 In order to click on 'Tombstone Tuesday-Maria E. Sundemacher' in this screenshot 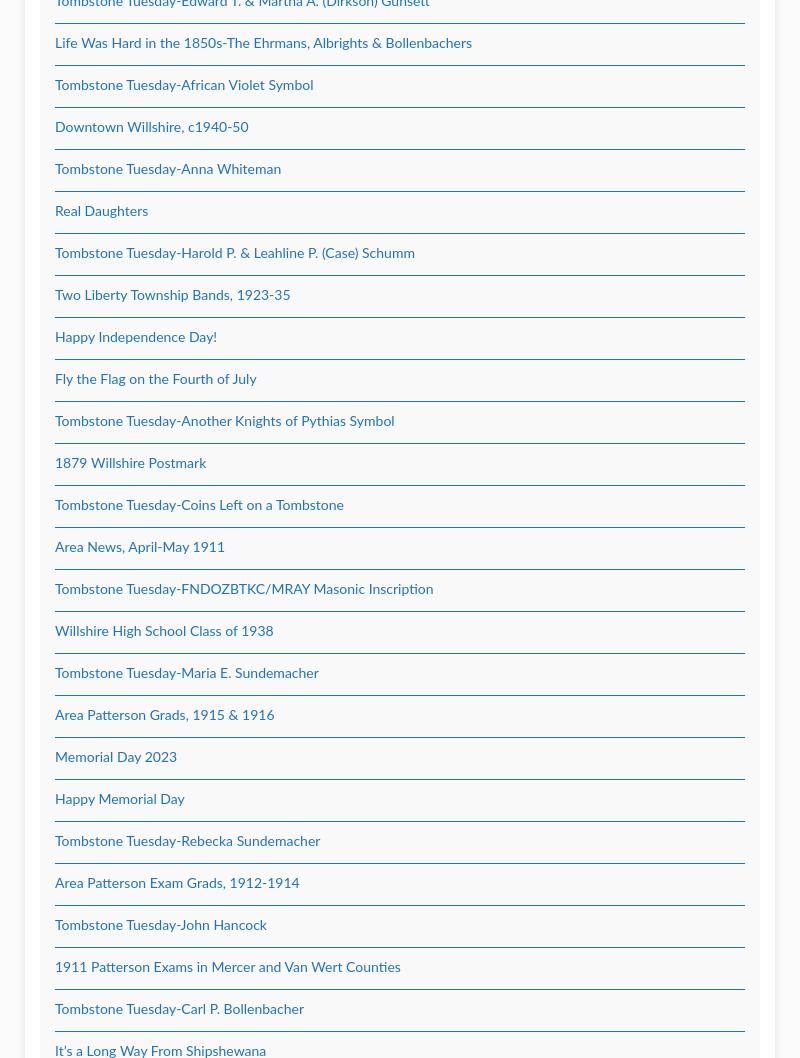, I will do `click(185, 673)`.